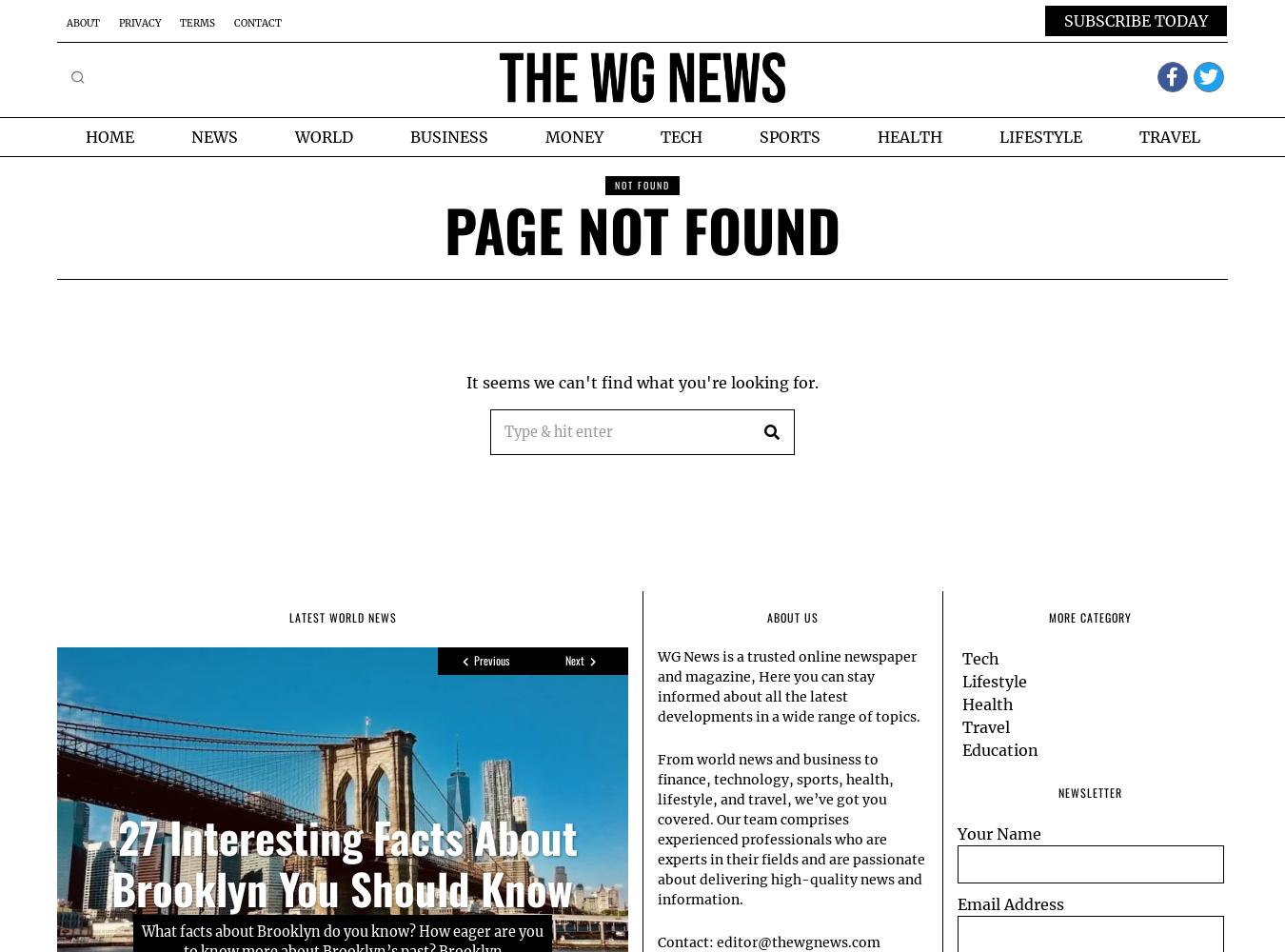 The height and width of the screenshot is (952, 1285). What do you see at coordinates (792, 616) in the screenshot?
I see `'About us'` at bounding box center [792, 616].